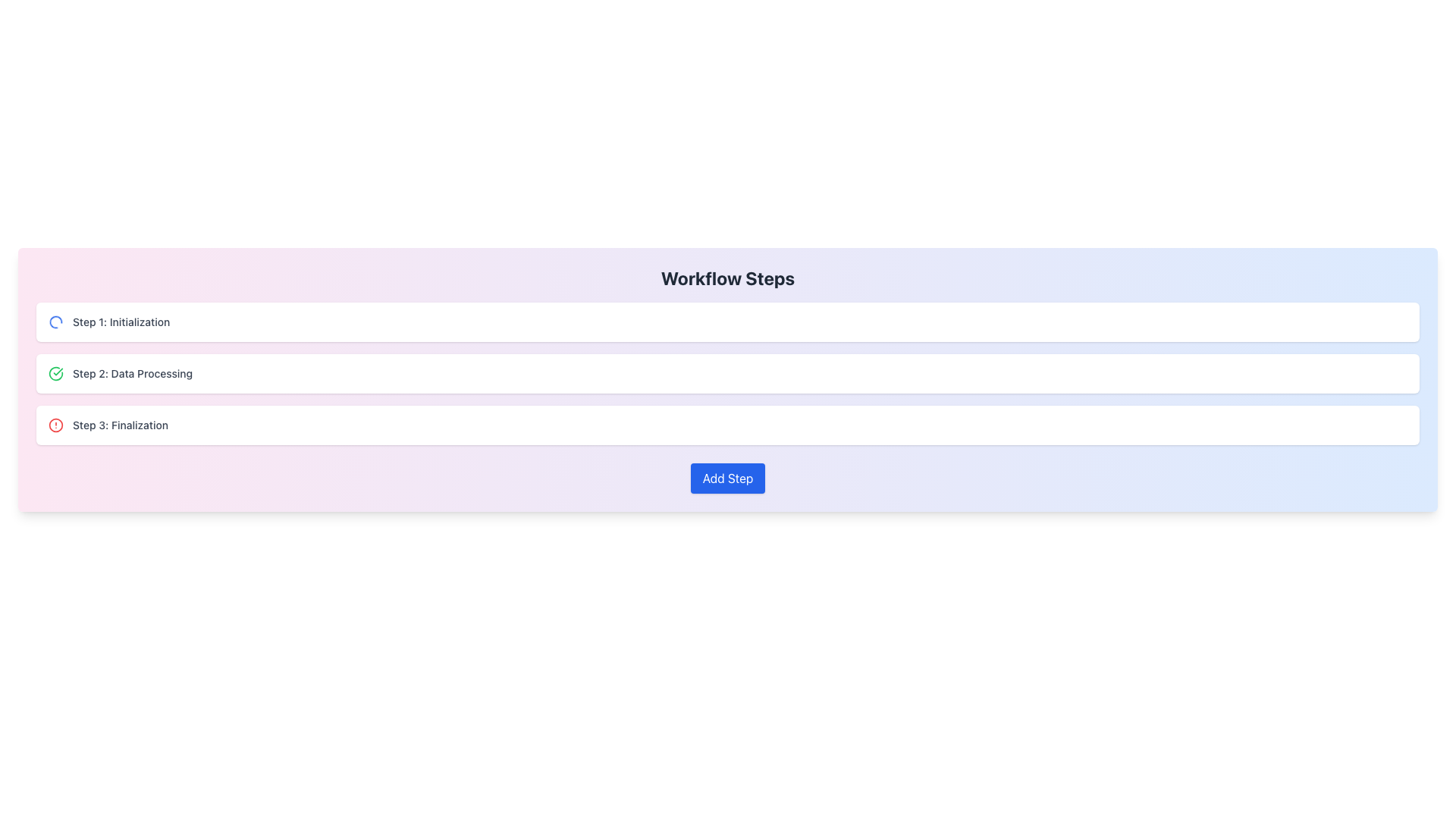 This screenshot has width=1456, height=819. Describe the element at coordinates (55, 425) in the screenshot. I see `the alert icon located to the left of the 'Step 3: Finalization' text to acknowledge the alert` at that location.